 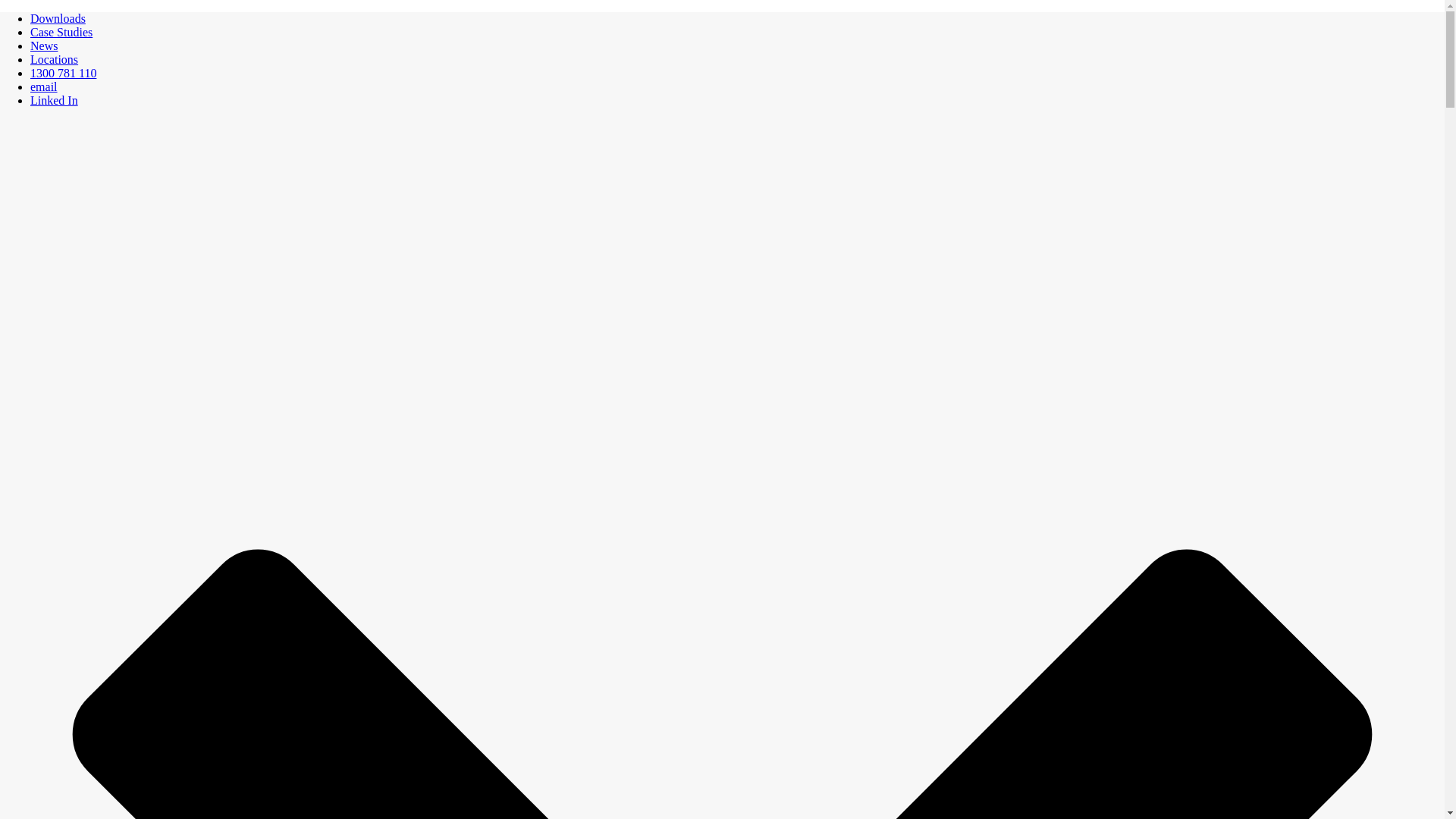 I want to click on 'News', so click(x=43, y=45).